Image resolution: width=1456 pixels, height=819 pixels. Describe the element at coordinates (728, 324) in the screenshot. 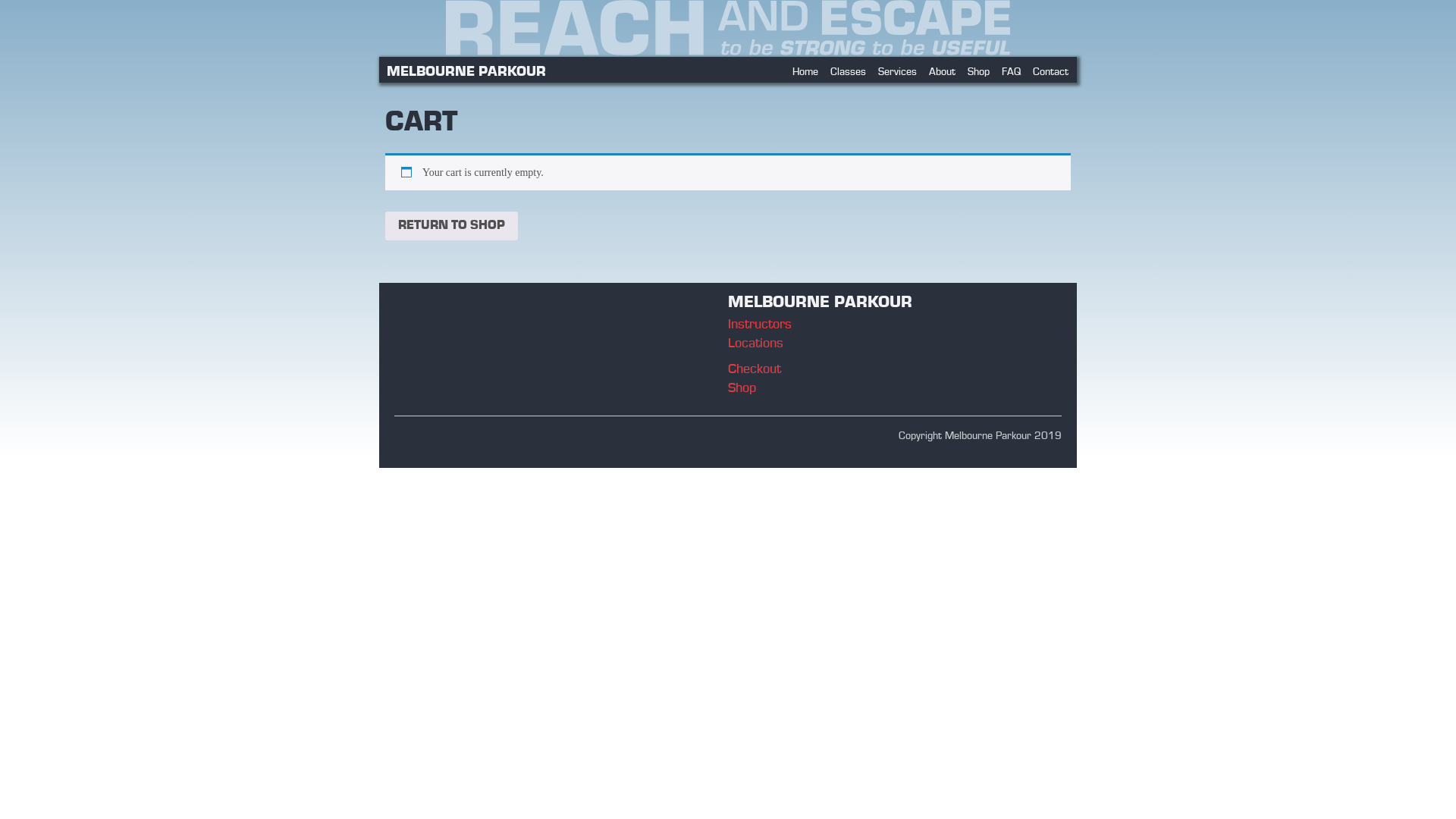

I see `'Instructors'` at that location.